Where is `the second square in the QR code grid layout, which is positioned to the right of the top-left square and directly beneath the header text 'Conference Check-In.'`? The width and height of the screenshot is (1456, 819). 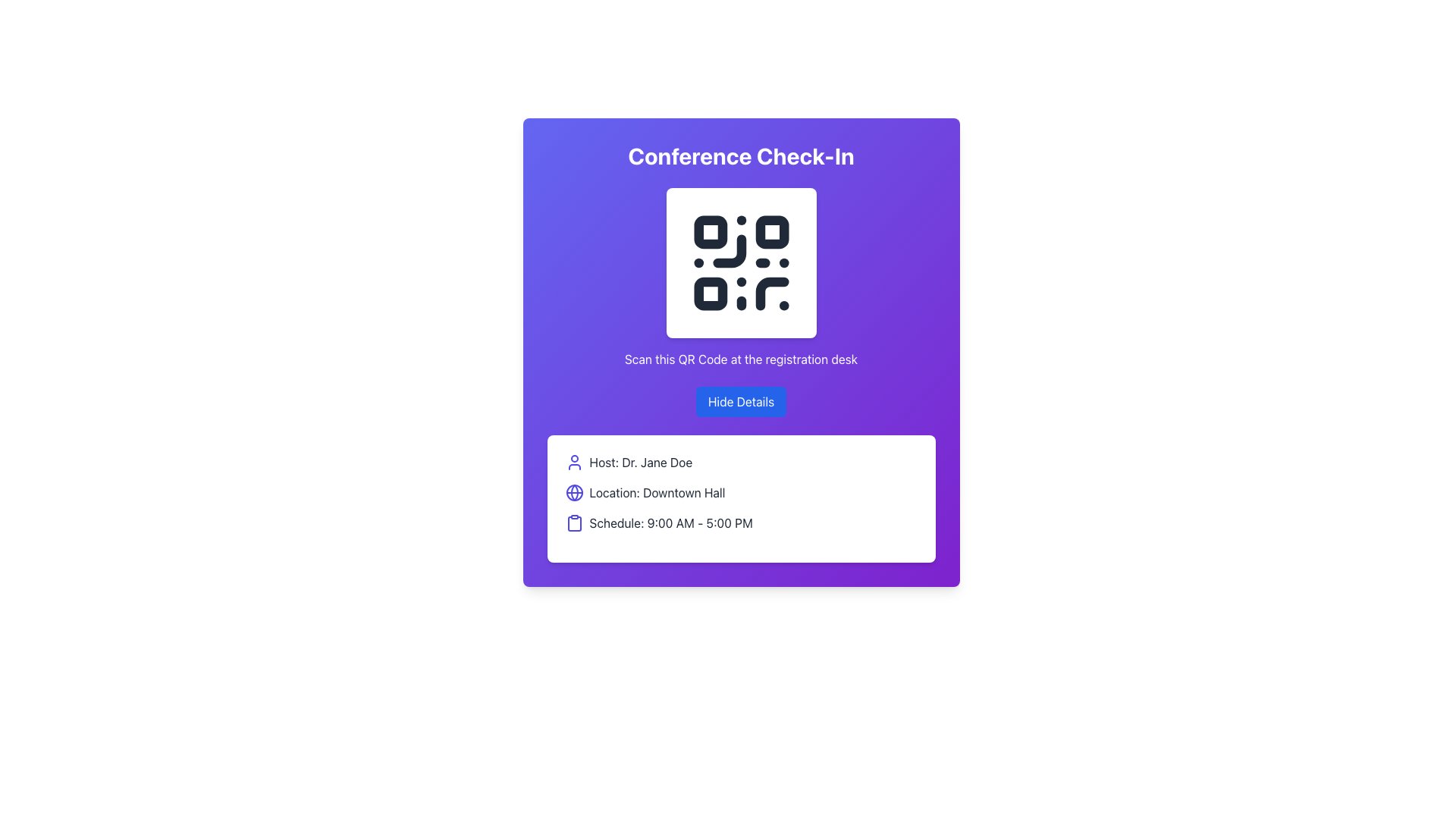 the second square in the QR code grid layout, which is positioned to the right of the top-left square and directly beneath the header text 'Conference Check-In.' is located at coordinates (772, 232).